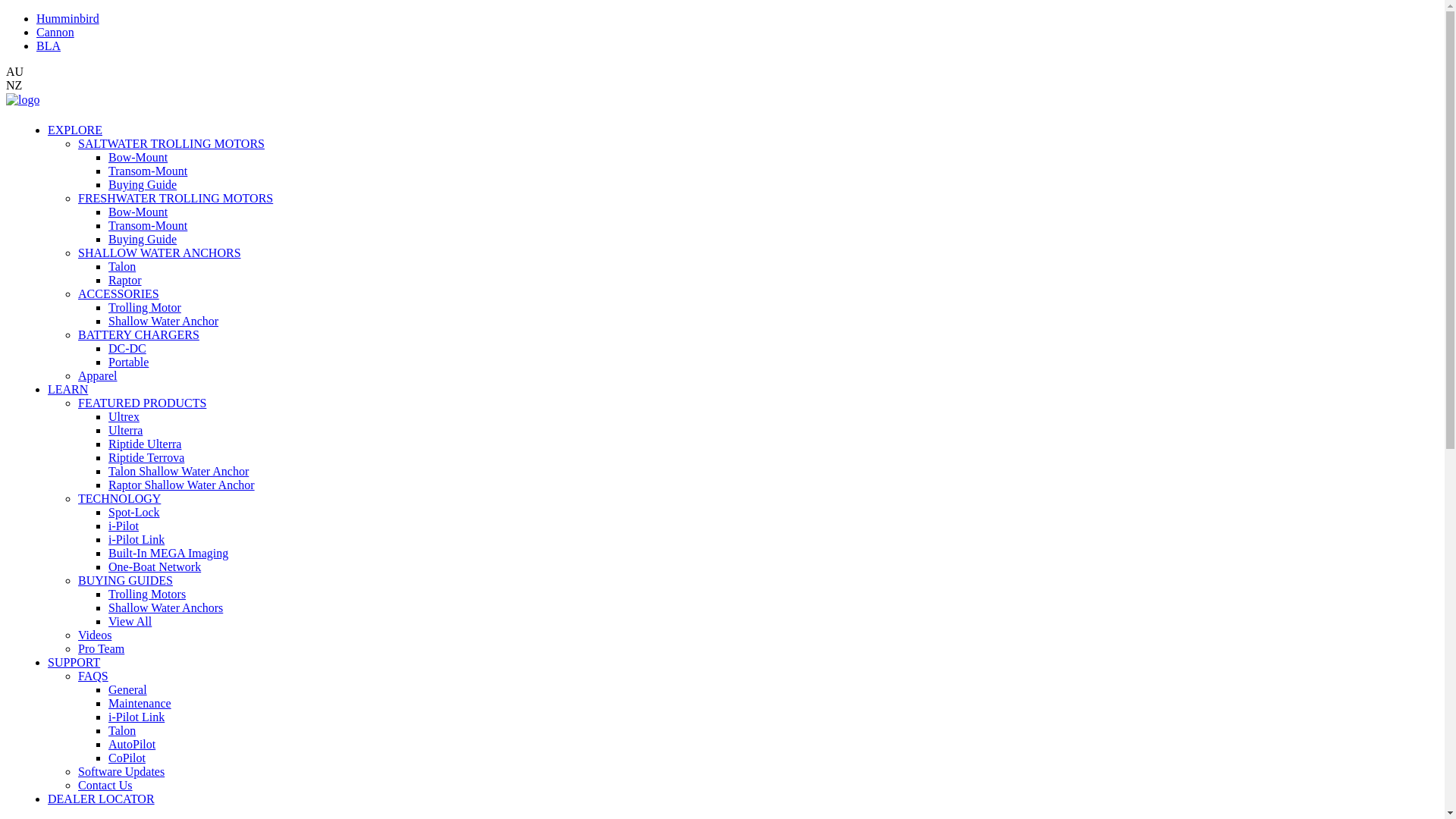  What do you see at coordinates (127, 689) in the screenshot?
I see `'General'` at bounding box center [127, 689].